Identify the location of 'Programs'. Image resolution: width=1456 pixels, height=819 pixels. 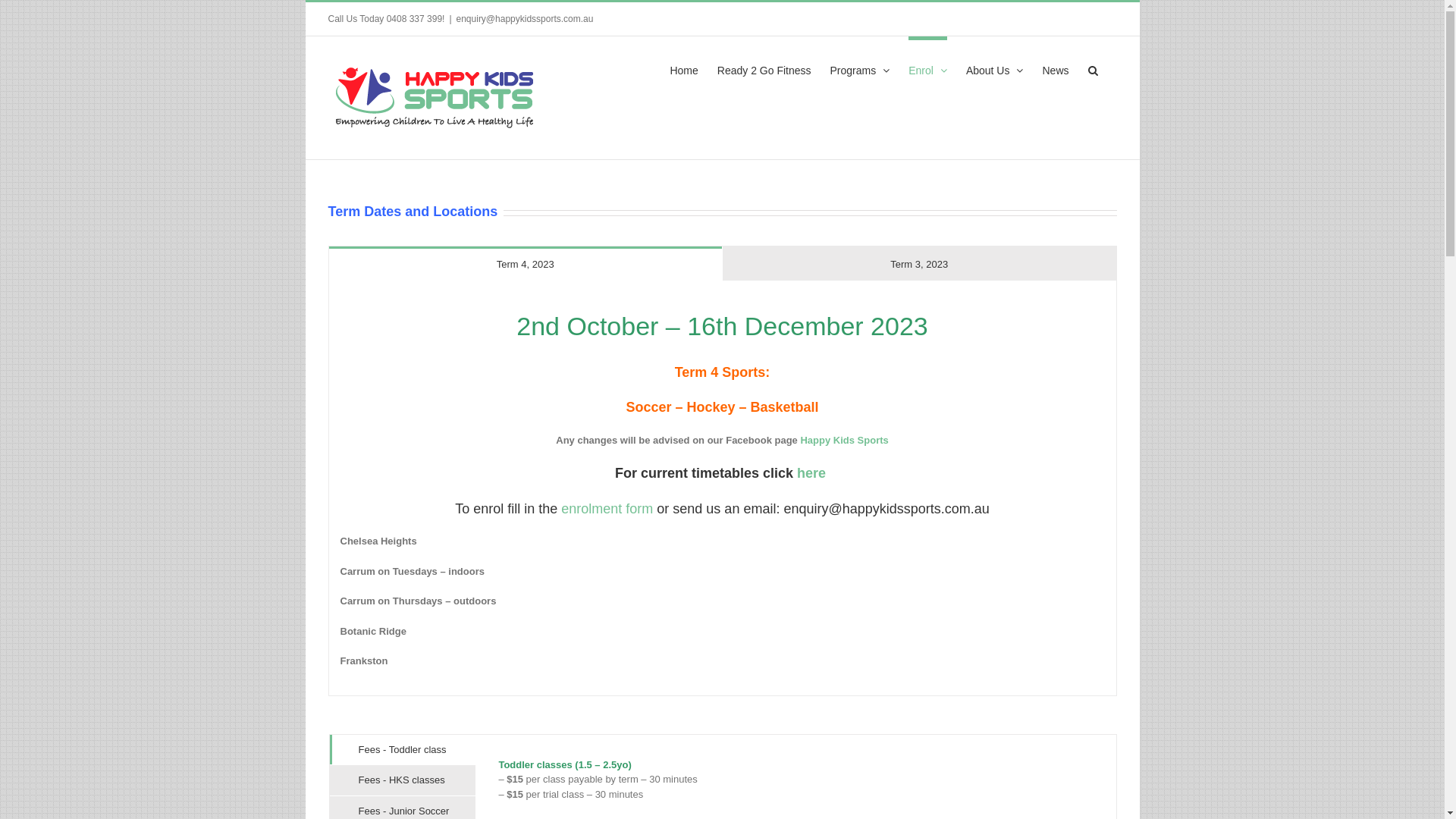
(860, 67).